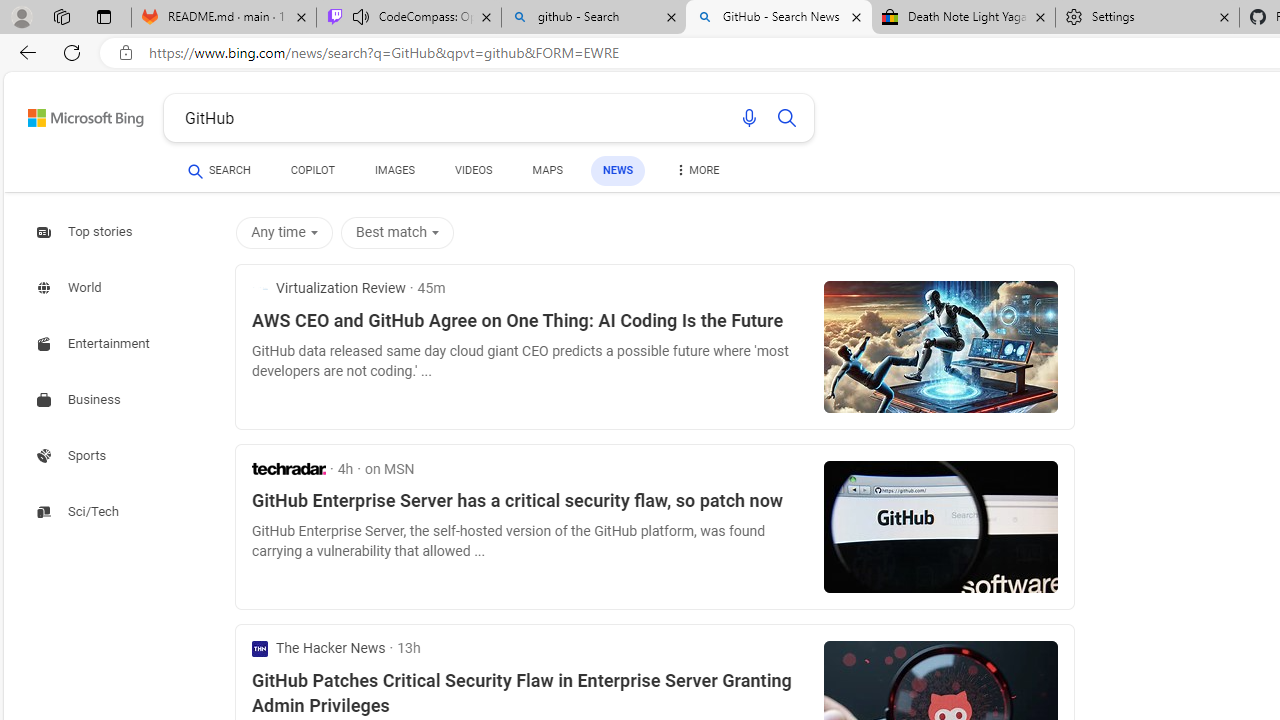 This screenshot has width=1280, height=720. I want to click on 'github - Search', so click(592, 17).